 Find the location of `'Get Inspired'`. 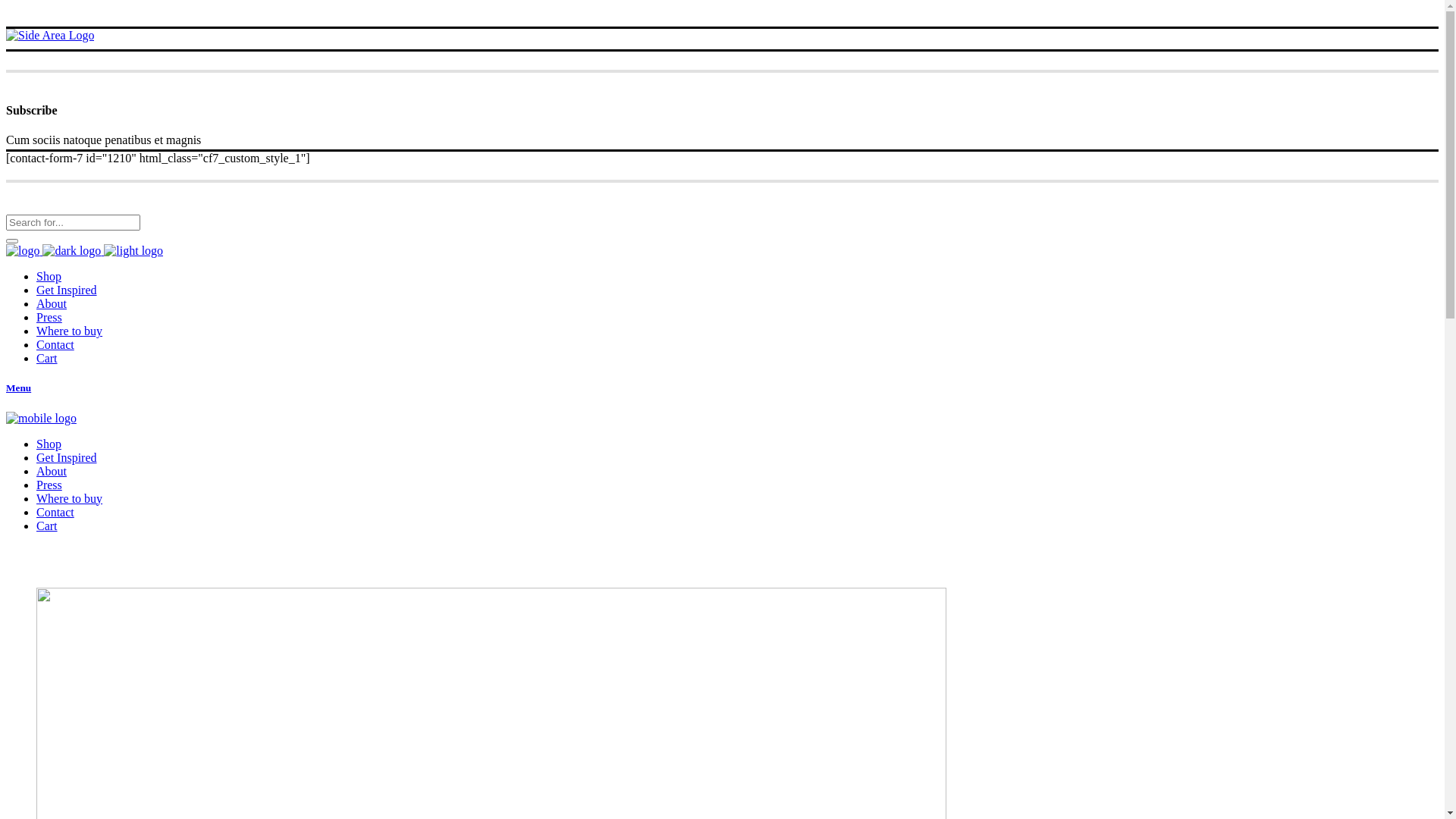

'Get Inspired' is located at coordinates (65, 457).